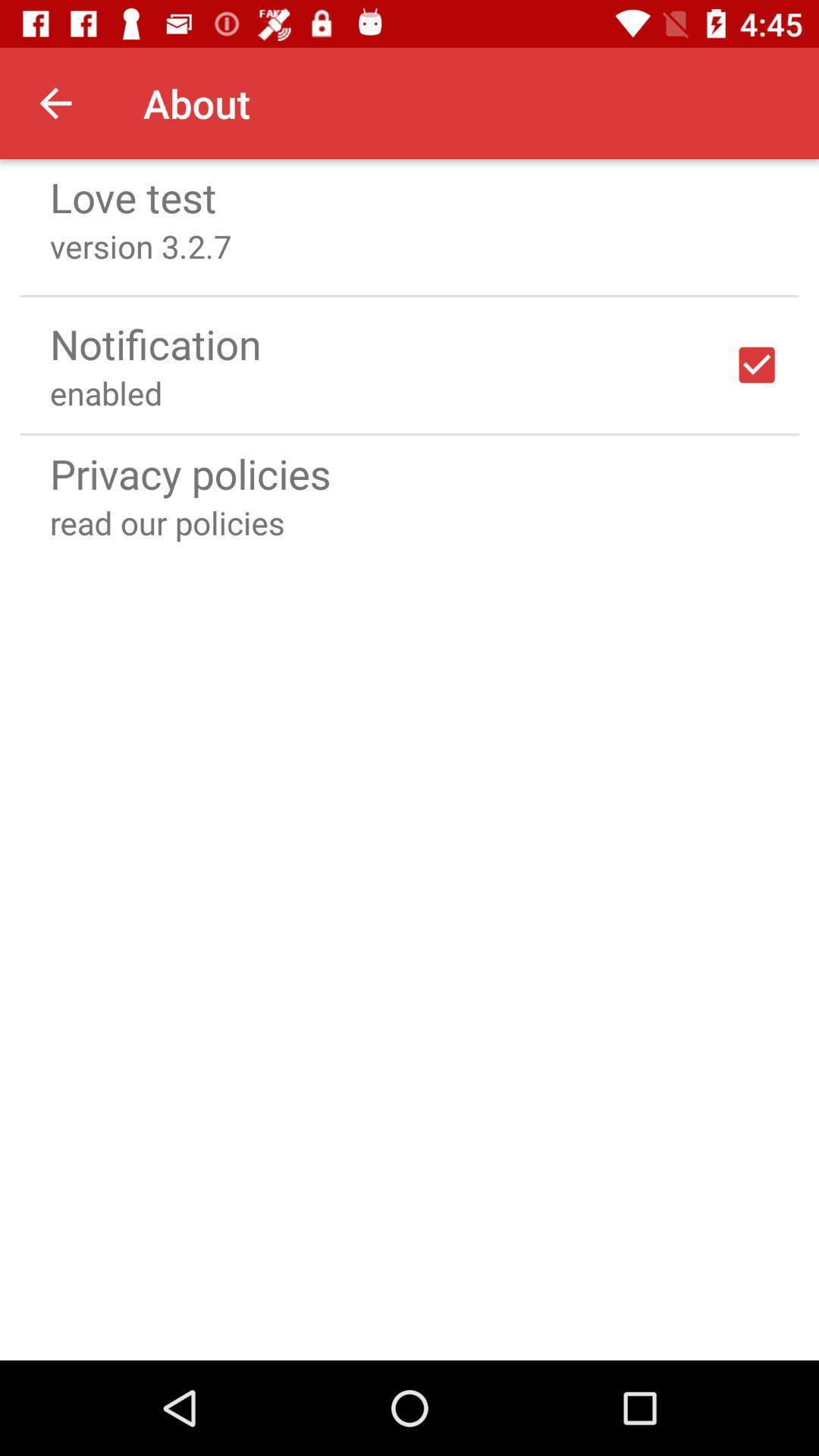 The image size is (819, 1456). I want to click on item below the version 3 2, so click(409, 296).